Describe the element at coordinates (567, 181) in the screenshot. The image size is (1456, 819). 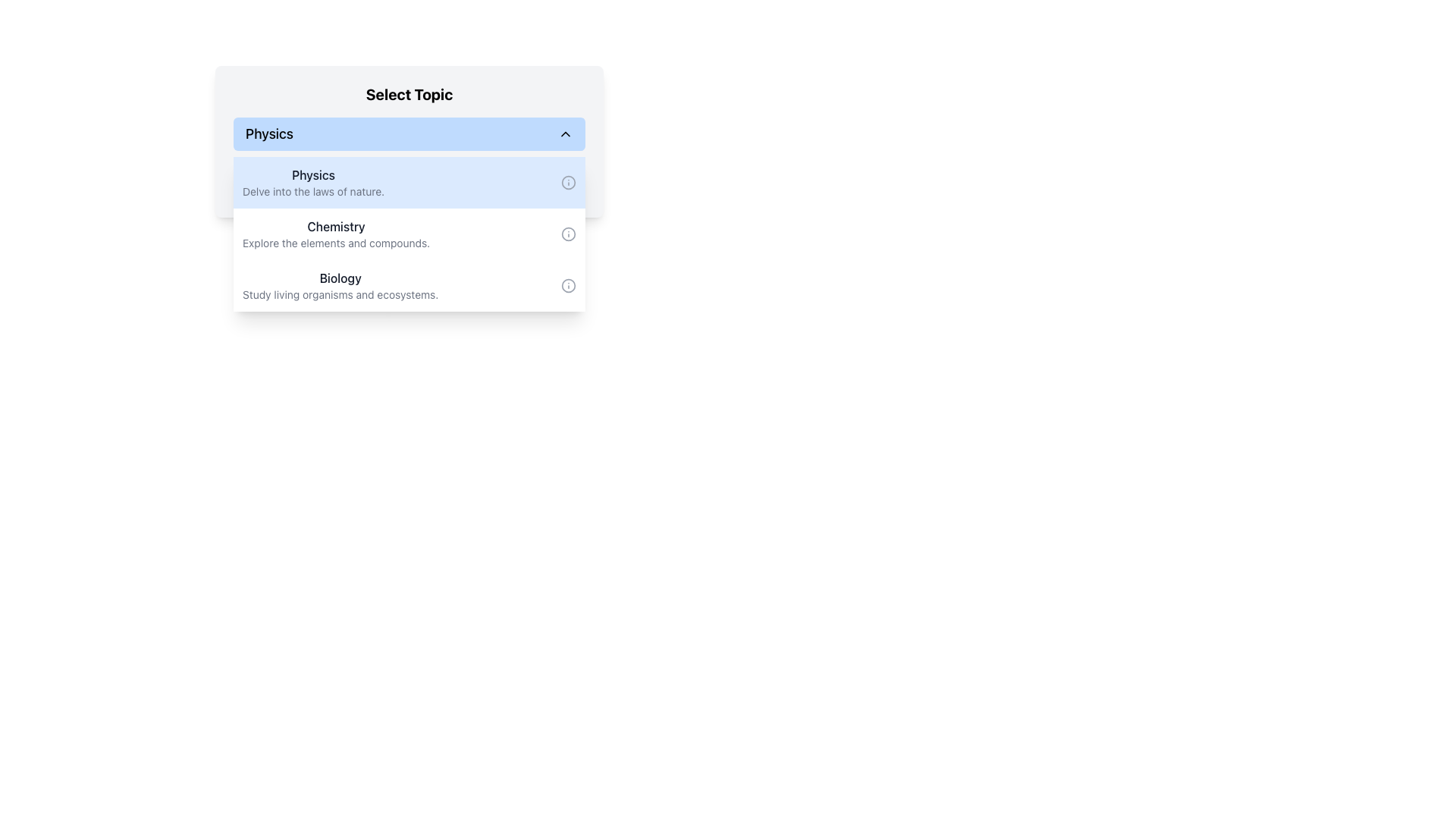
I see `the circular icon with a thin gray border and a transparent center located at the right end of the 'Physics' row` at that location.